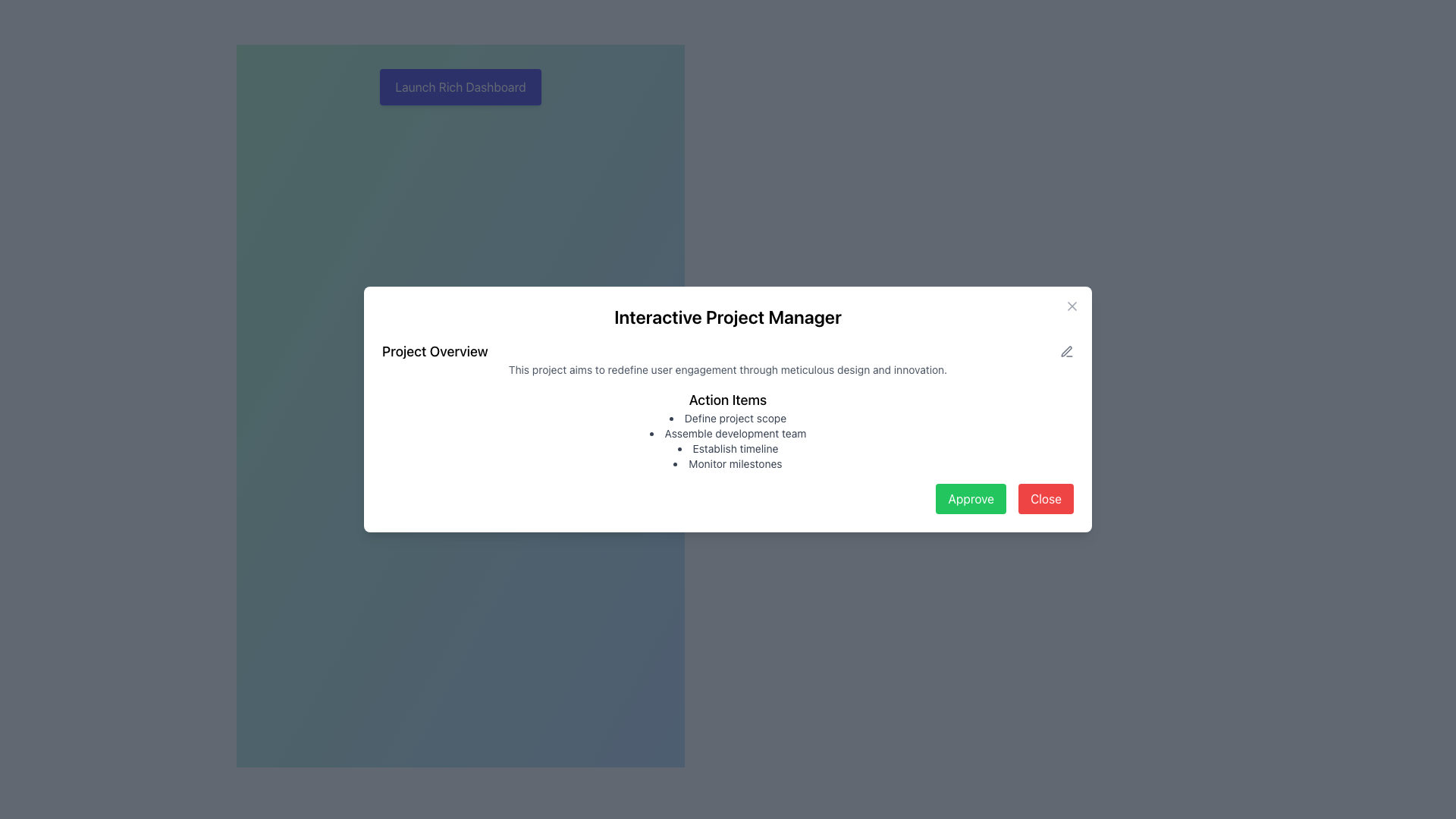  What do you see at coordinates (728, 427) in the screenshot?
I see `the bulleted items in the 'Action Items' section of the 'Project Overview' informational panel located within the 'Interactive Project Manager' modal dialog` at bounding box center [728, 427].